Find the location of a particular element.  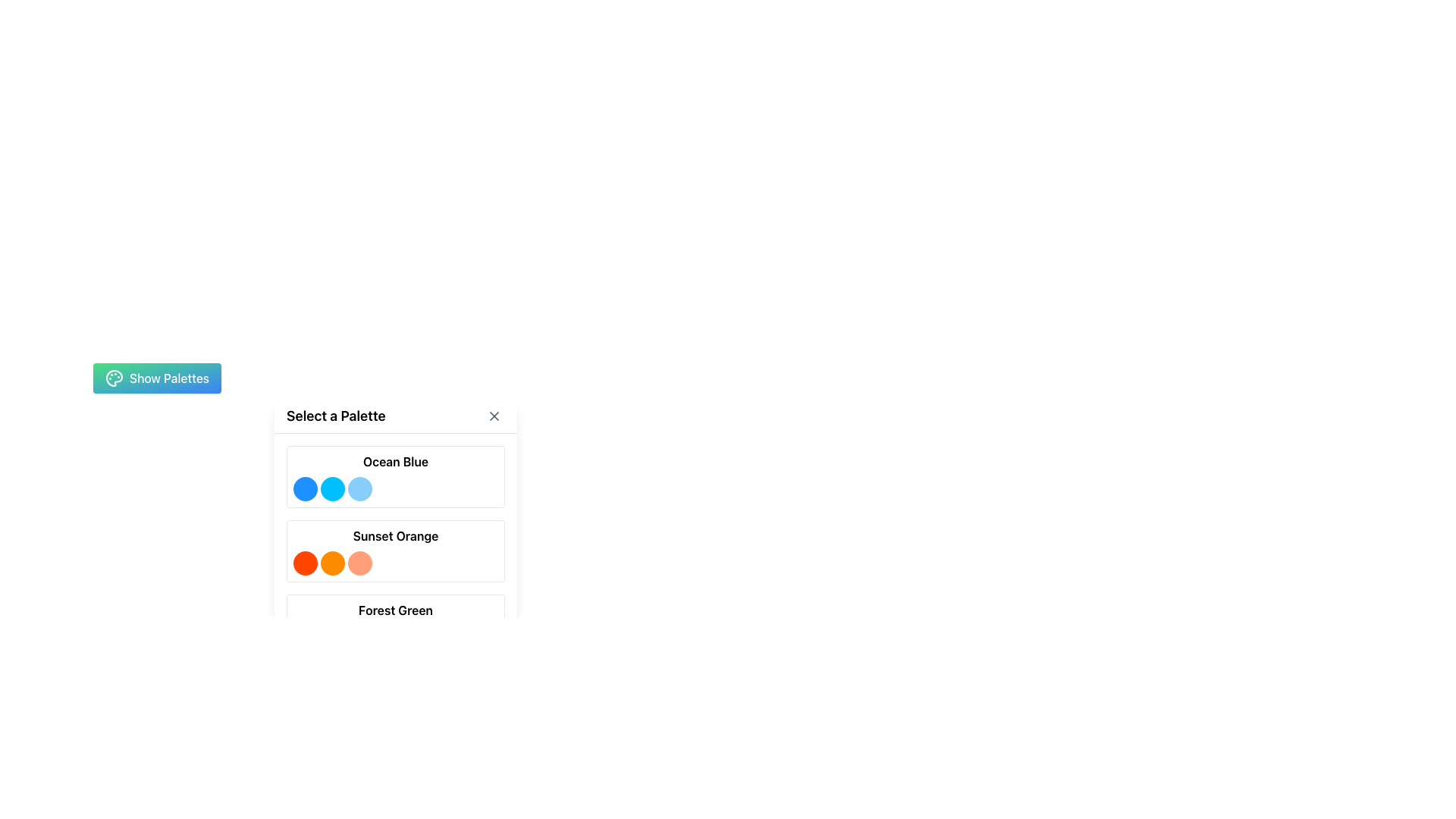

the first circular color selection indicator under the 'Sunset Orange' palette is located at coordinates (305, 563).